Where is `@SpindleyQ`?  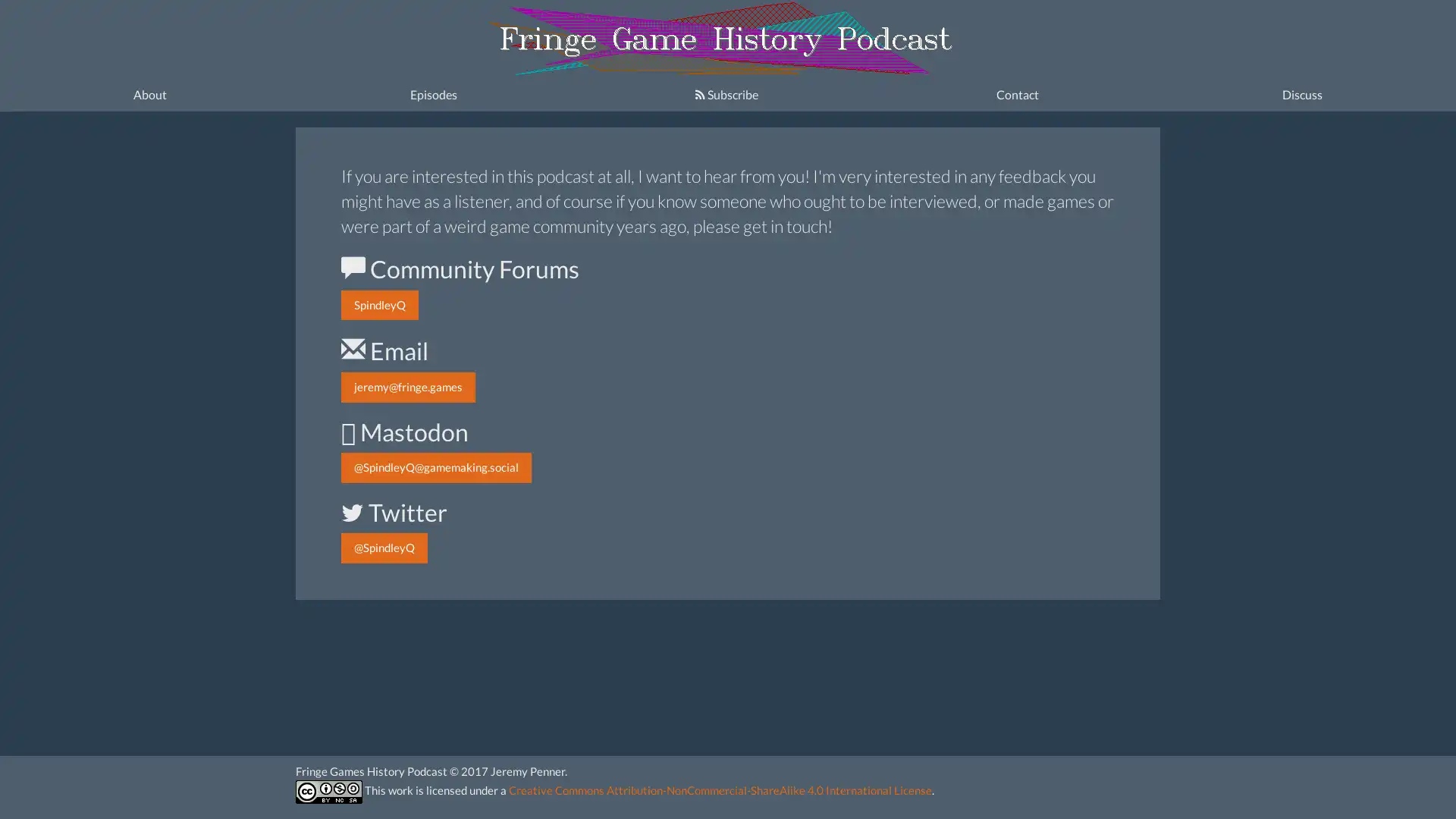 @SpindleyQ is located at coordinates (384, 548).